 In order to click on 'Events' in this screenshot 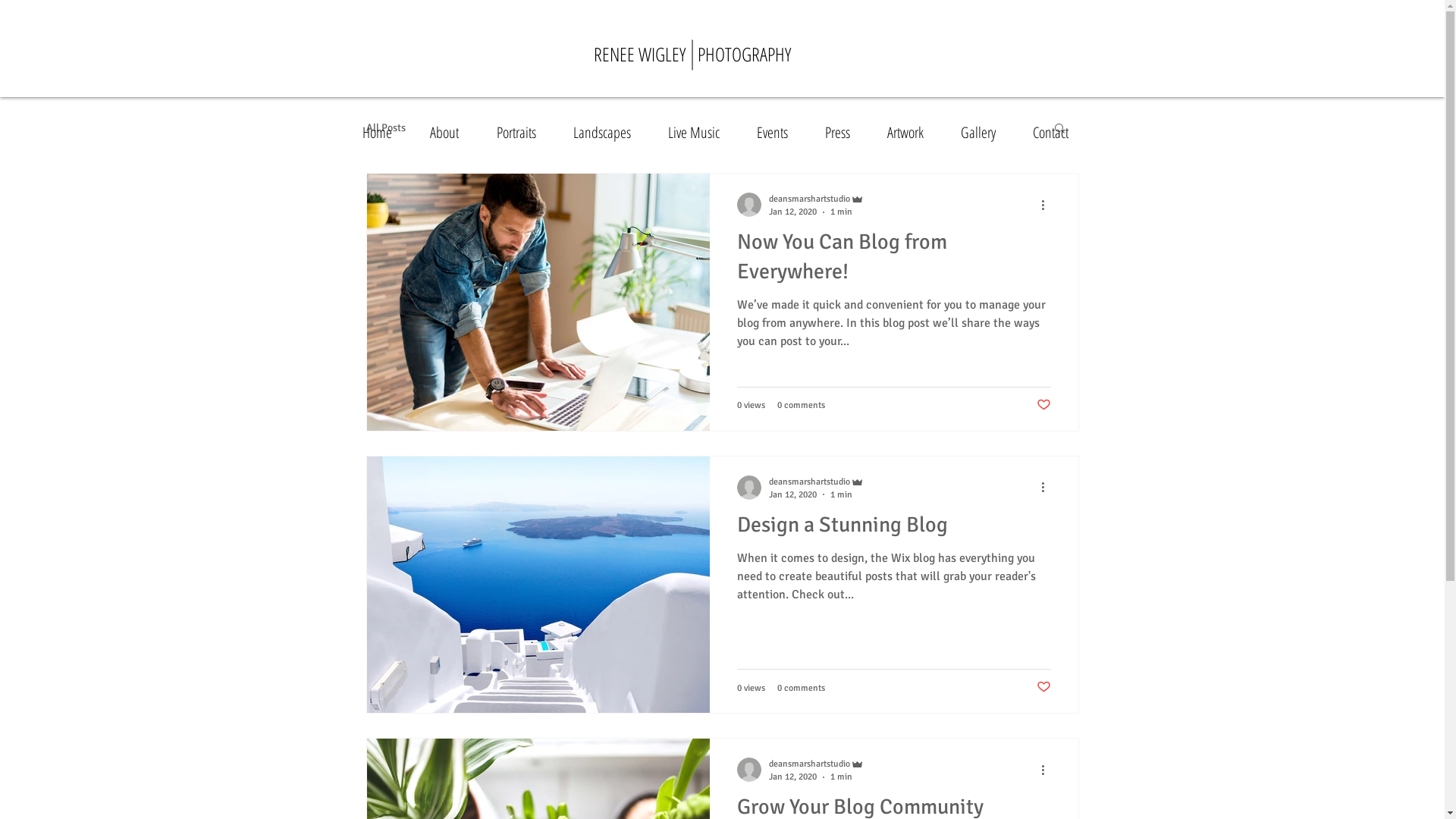, I will do `click(779, 131)`.